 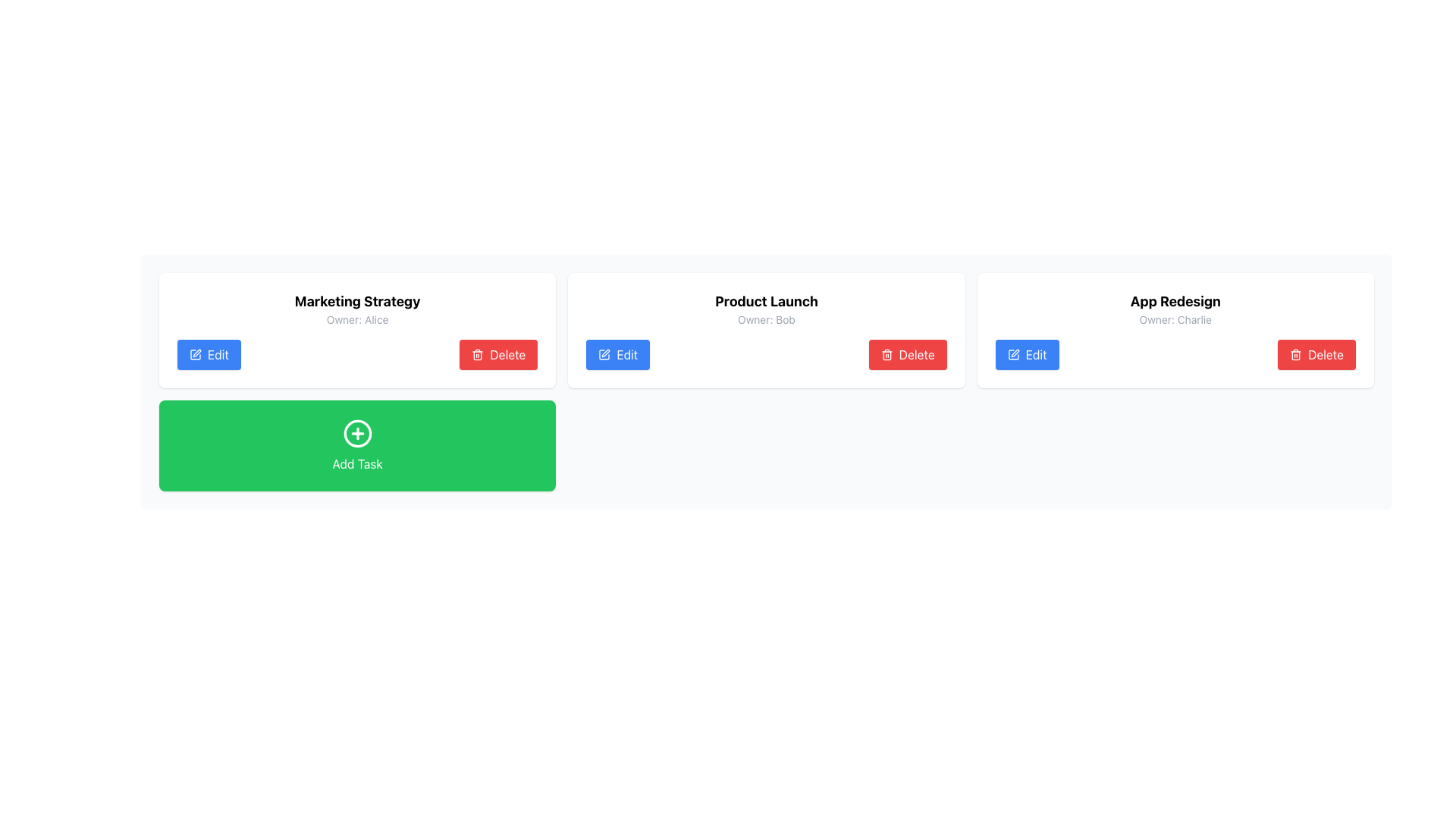 What do you see at coordinates (477, 354) in the screenshot?
I see `the trash bin icon located to the left of the 'Delete' button text in the red-colored button on the first card labeled 'Marketing Strategy'` at bounding box center [477, 354].